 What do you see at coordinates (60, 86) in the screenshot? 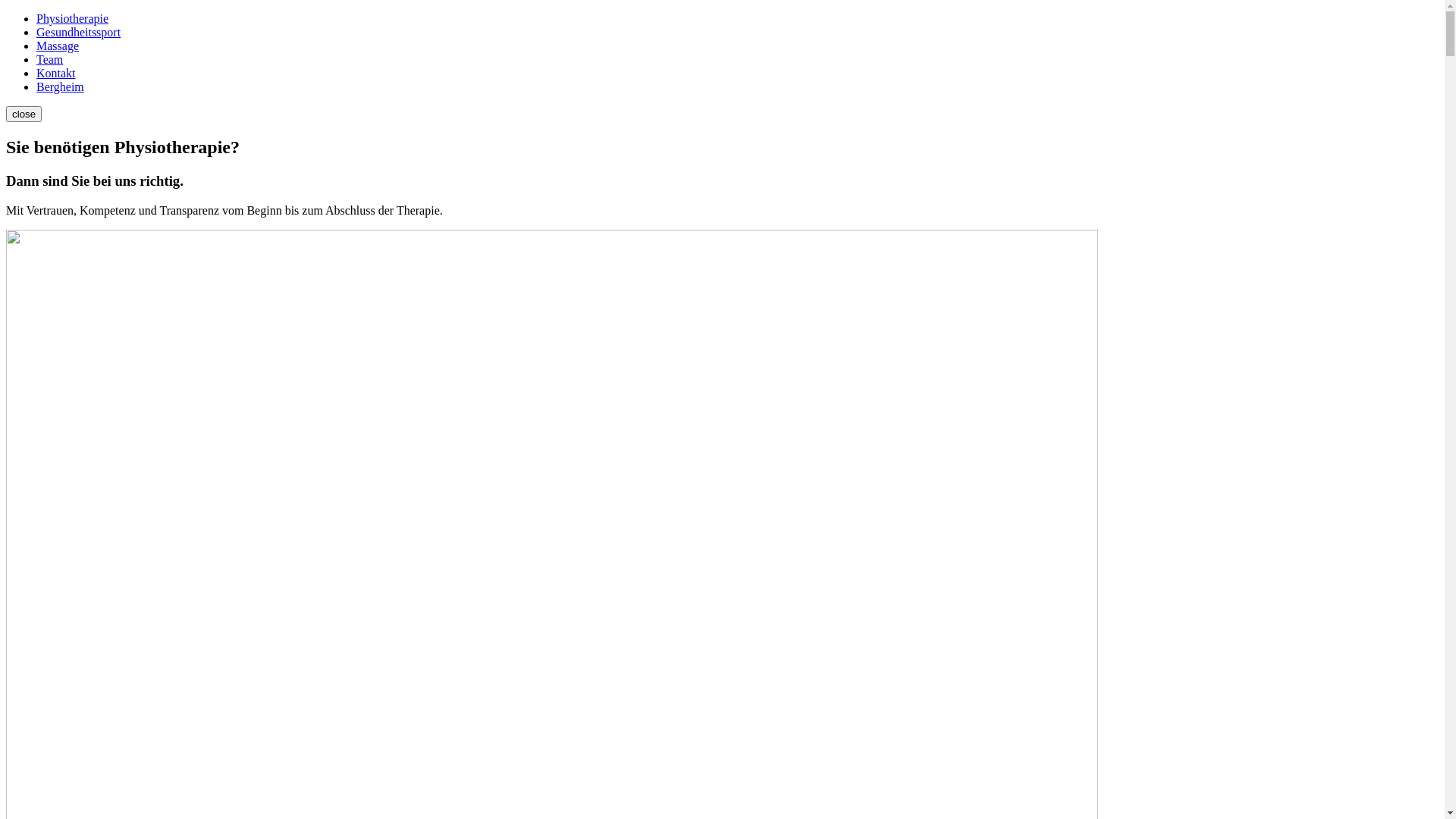
I see `'Bergheim'` at bounding box center [60, 86].